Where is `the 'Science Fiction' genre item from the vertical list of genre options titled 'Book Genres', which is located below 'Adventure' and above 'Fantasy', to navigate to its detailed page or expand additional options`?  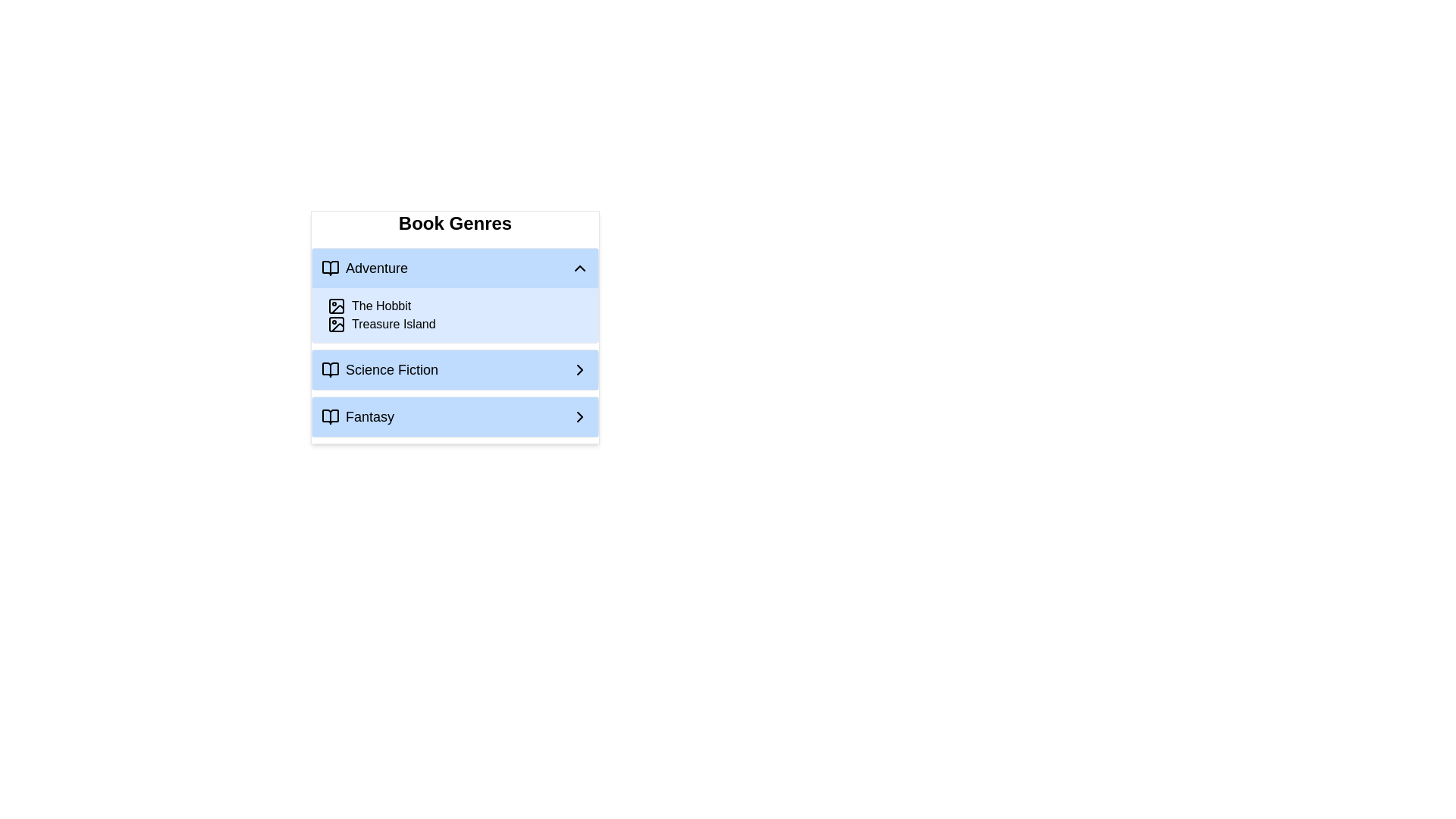
the 'Science Fiction' genre item from the vertical list of genre options titled 'Book Genres', which is located below 'Adventure' and above 'Fantasy', to navigate to its detailed page or expand additional options is located at coordinates (454, 370).